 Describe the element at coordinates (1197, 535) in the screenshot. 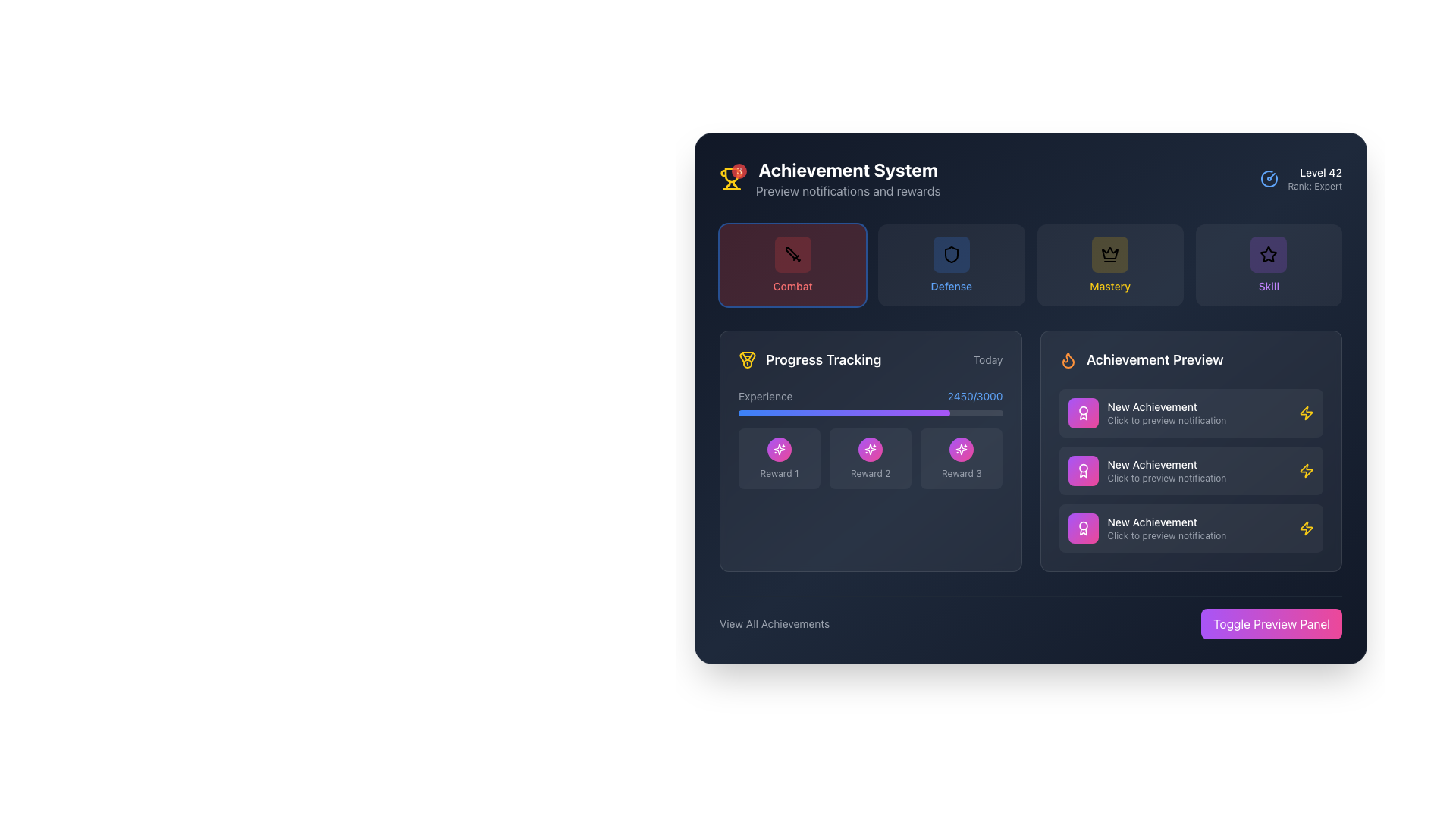

I see `the Text label that provides additional descriptive information about the functionality of the associated card in the 'Achievement Preview' section, located below 'New Achievement.'` at that location.